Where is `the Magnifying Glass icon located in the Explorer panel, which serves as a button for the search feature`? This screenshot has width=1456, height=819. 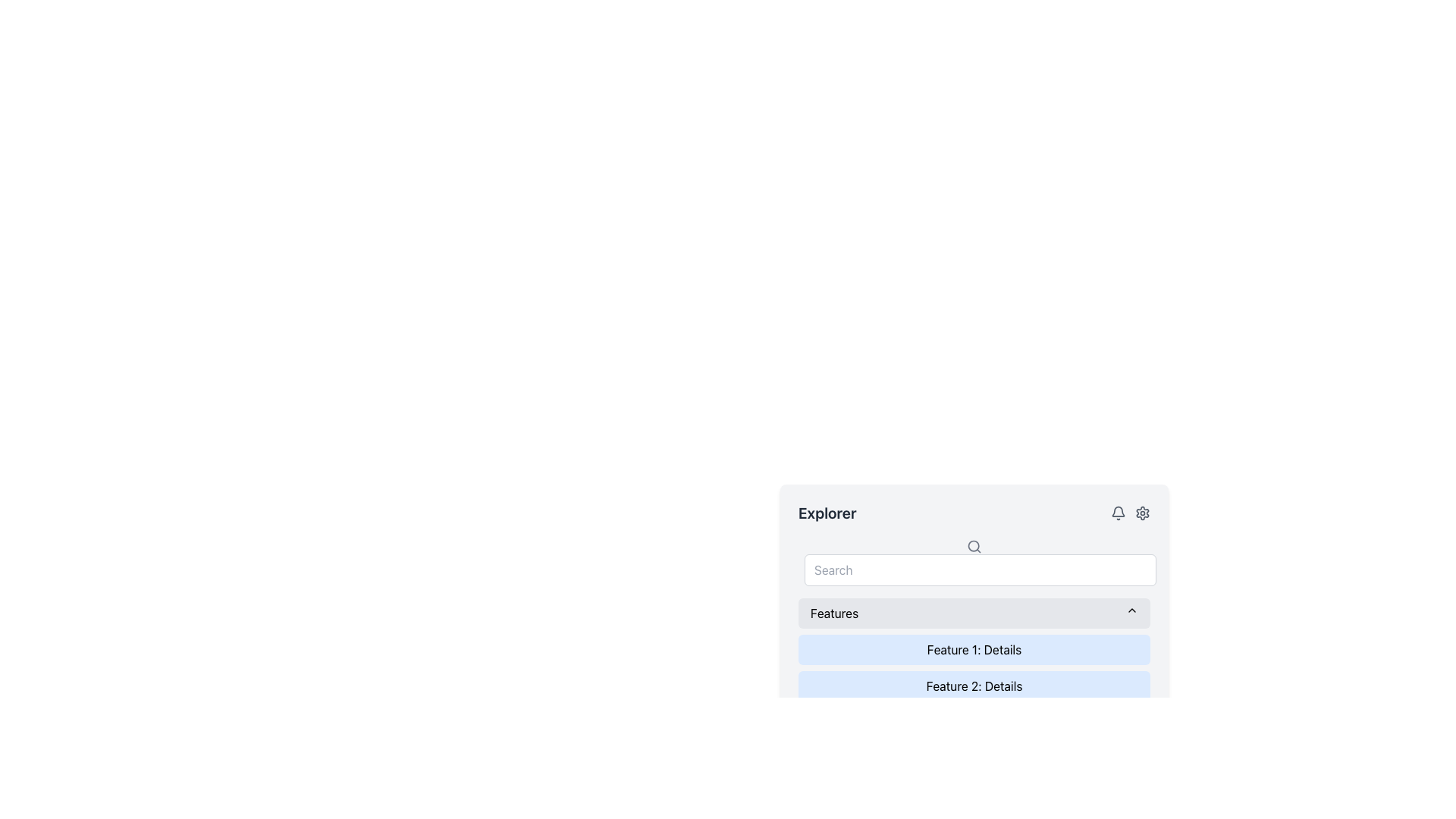
the Magnifying Glass icon located in the Explorer panel, which serves as a button for the search feature is located at coordinates (974, 546).